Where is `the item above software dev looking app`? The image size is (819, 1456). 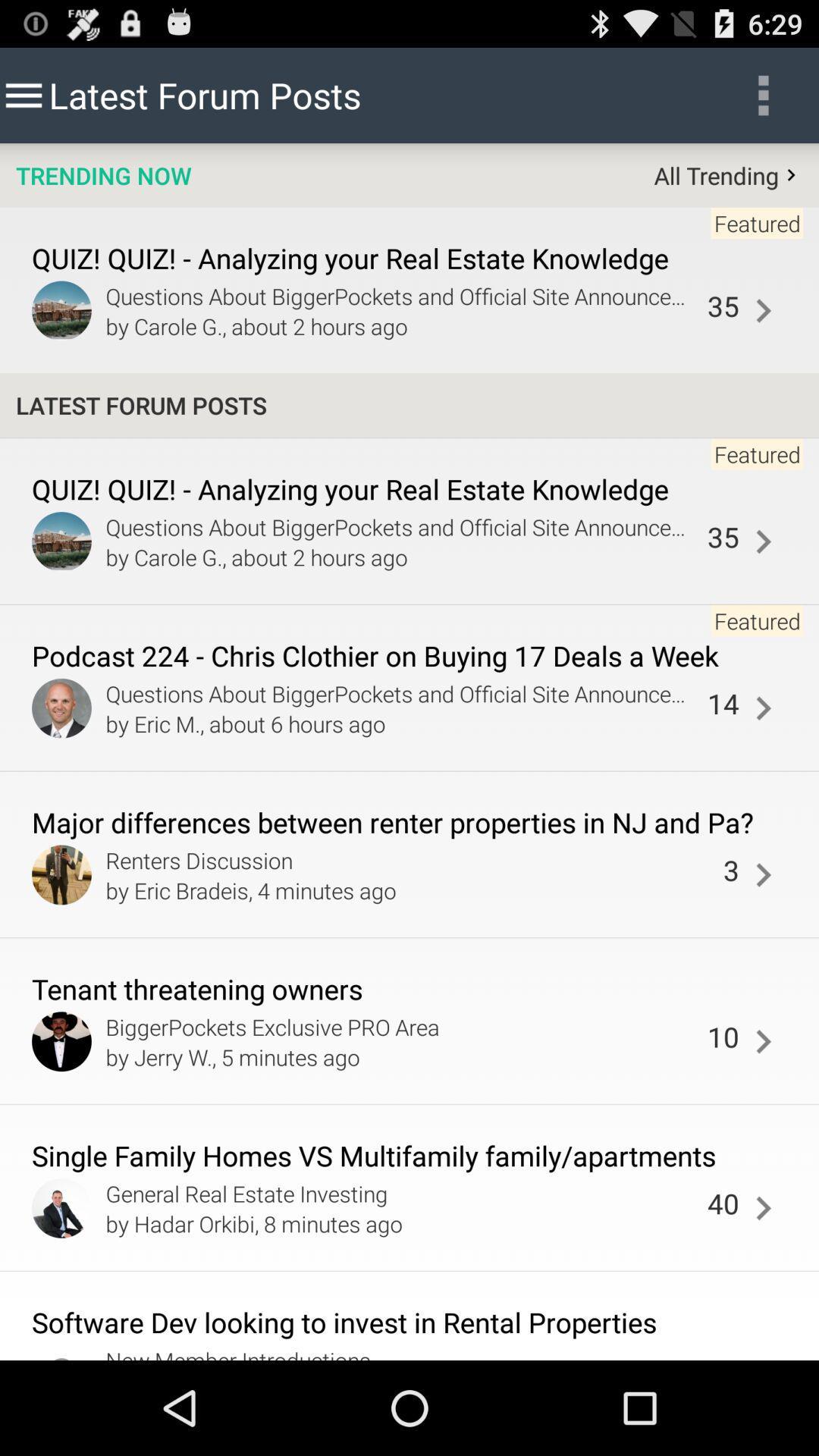 the item above software dev looking app is located at coordinates (763, 1207).